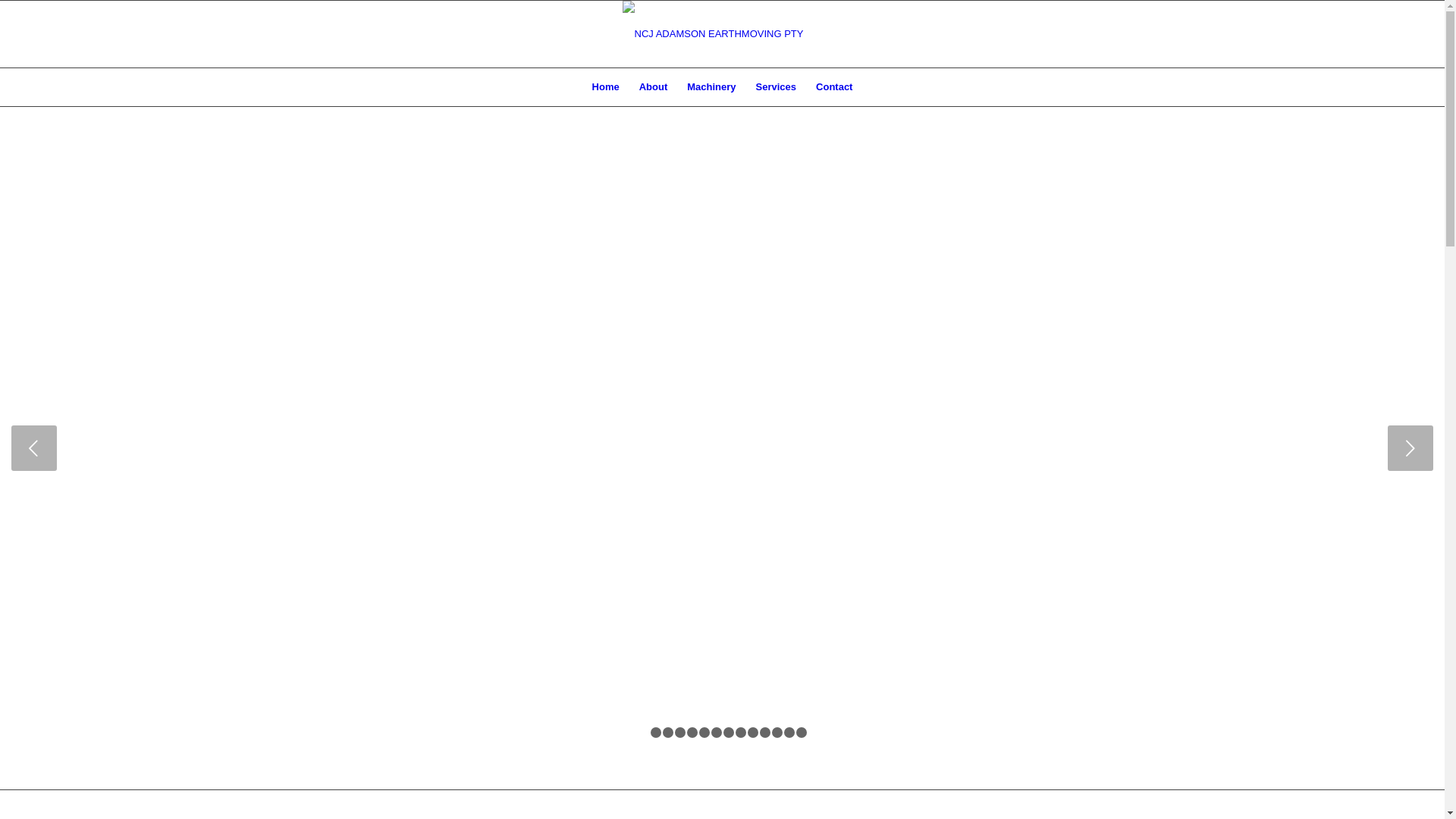 This screenshot has width=1456, height=819. What do you see at coordinates (679, 731) in the screenshot?
I see `'4'` at bounding box center [679, 731].